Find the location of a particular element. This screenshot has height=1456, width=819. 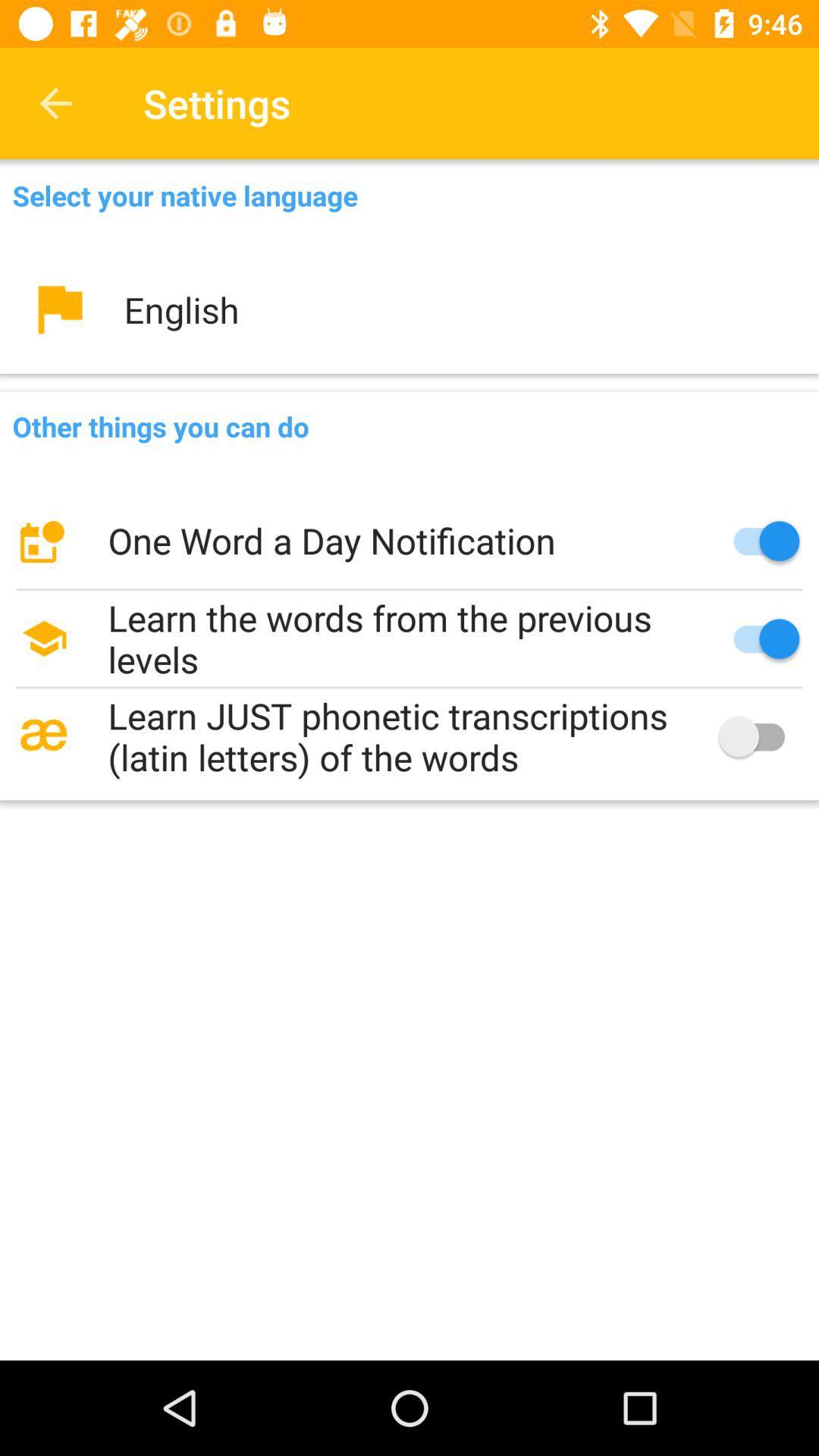

icon below other things you icon is located at coordinates (409, 541).